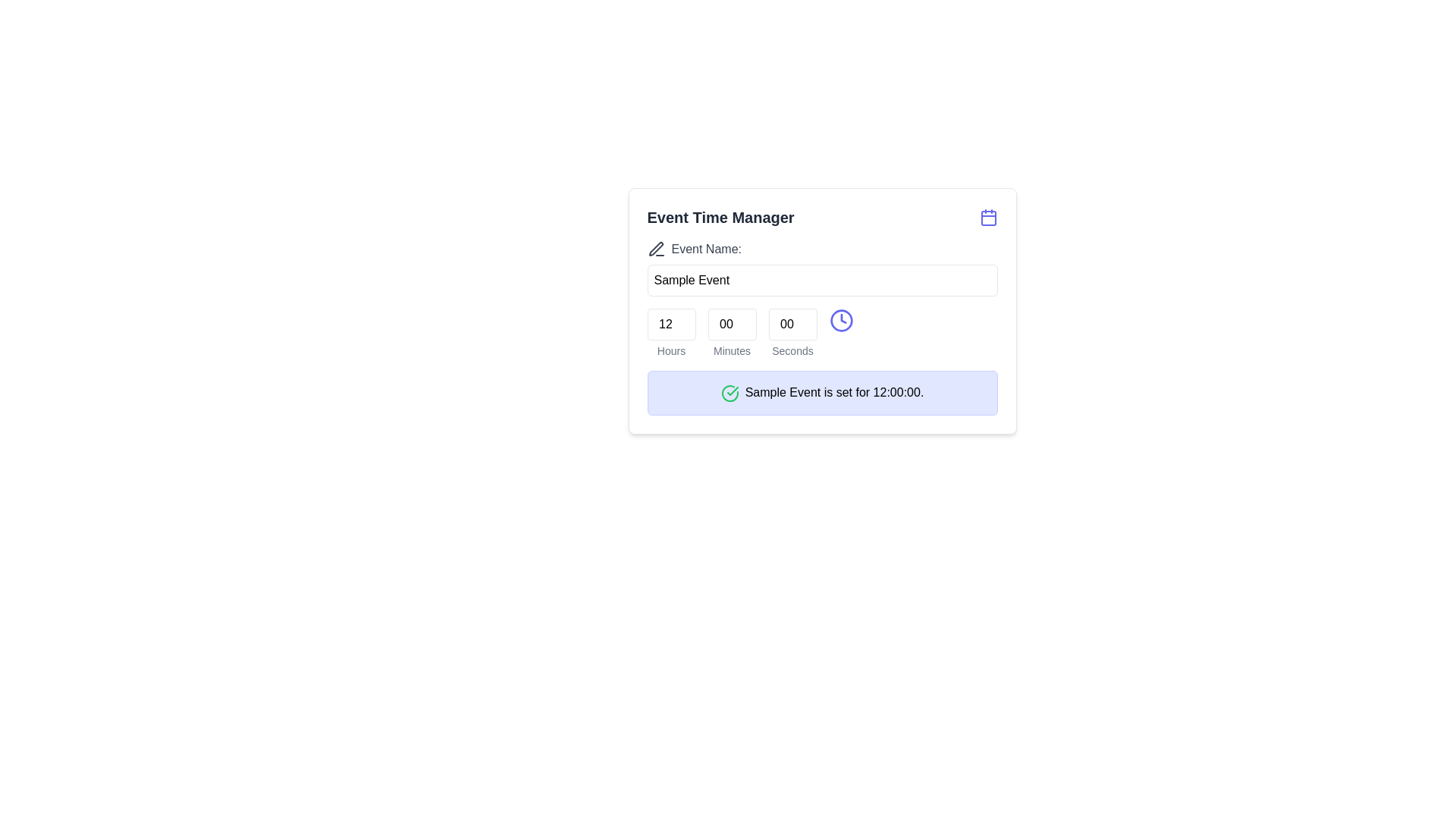  What do you see at coordinates (821, 332) in the screenshot?
I see `the numeric input fields of the Time input group labeled 'Hours', 'Minutes', and 'Seconds' to focus on them` at bounding box center [821, 332].